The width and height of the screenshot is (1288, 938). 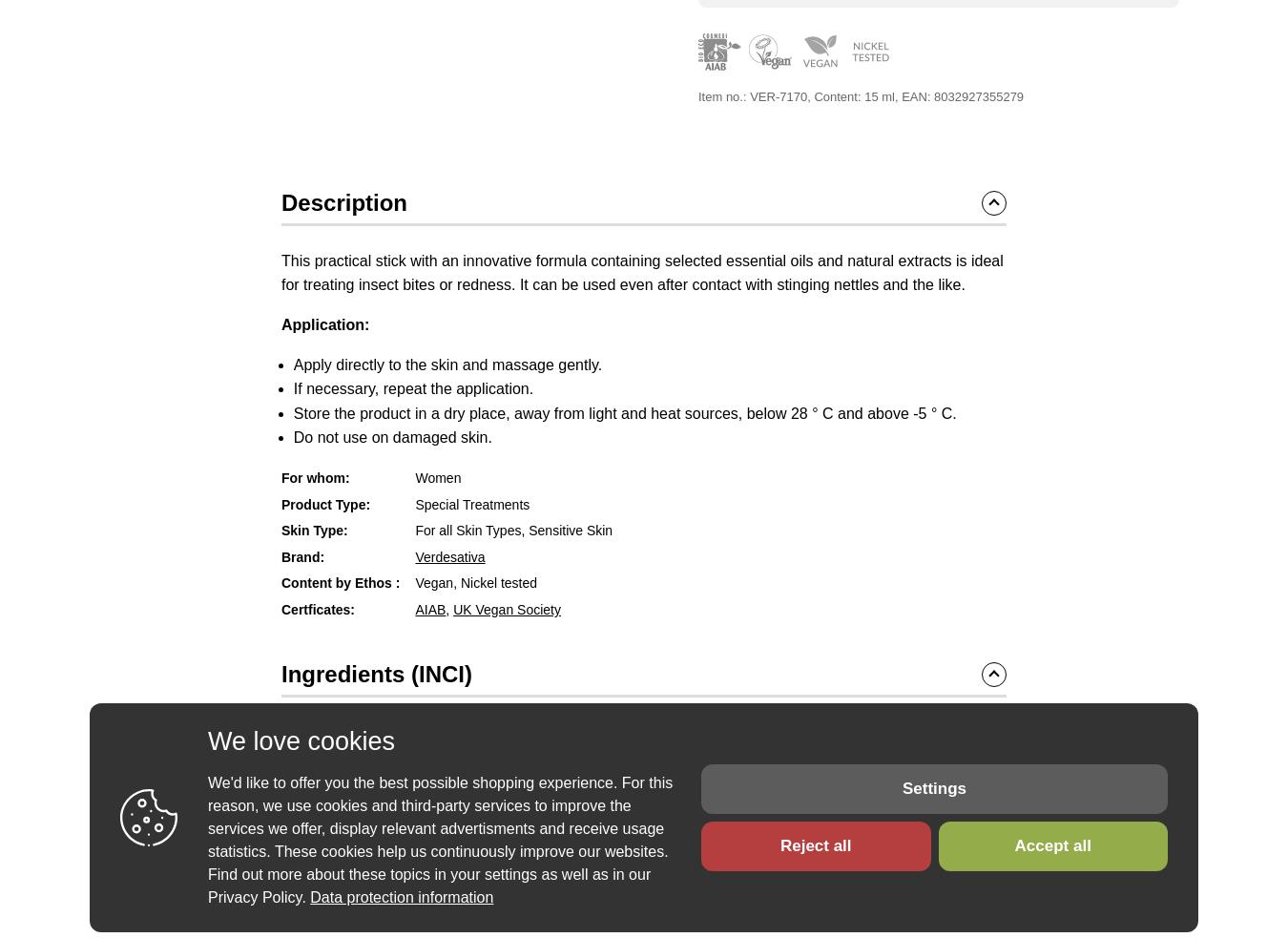 I want to click on 'Camphor', so click(x=545, y=750).